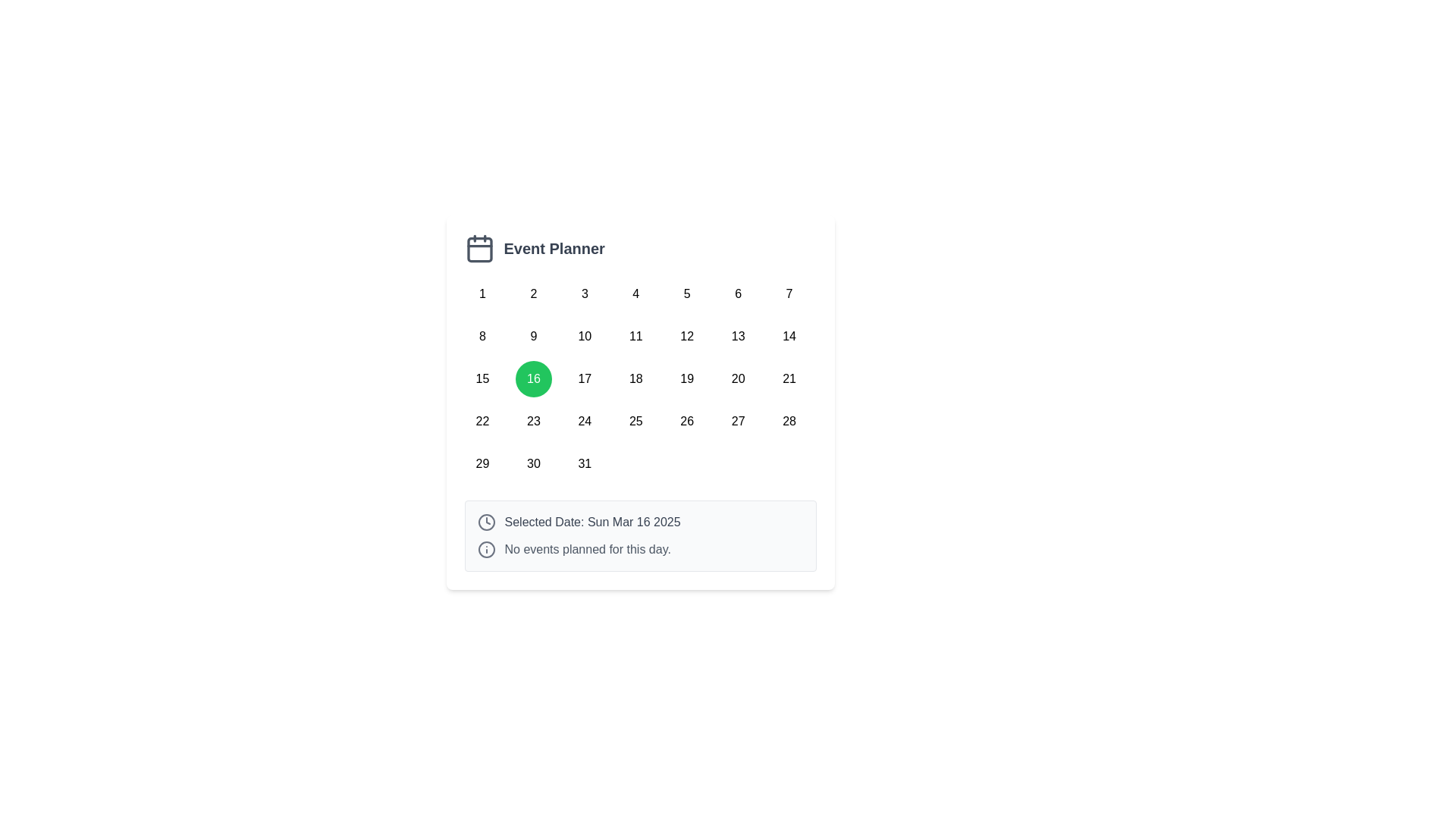 This screenshot has width=1456, height=819. I want to click on the static text element displaying 'Selected Date: Sun Mar 16 2025', which is styled in medium-weight gray font and located at the bottom of the calendar interface, to the right of a clock icon, so click(591, 522).